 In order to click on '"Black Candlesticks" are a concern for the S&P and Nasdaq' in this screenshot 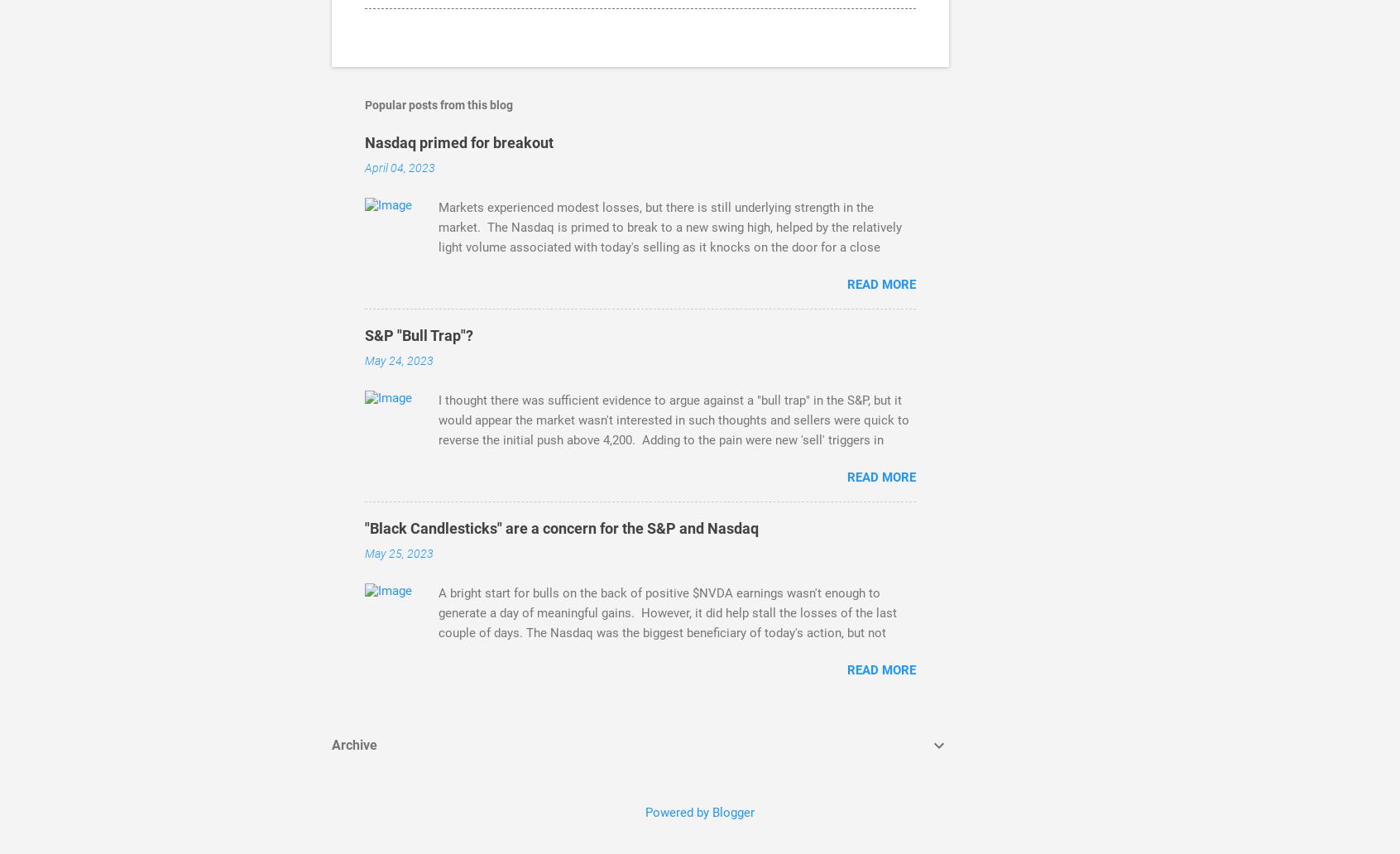, I will do `click(561, 528)`.